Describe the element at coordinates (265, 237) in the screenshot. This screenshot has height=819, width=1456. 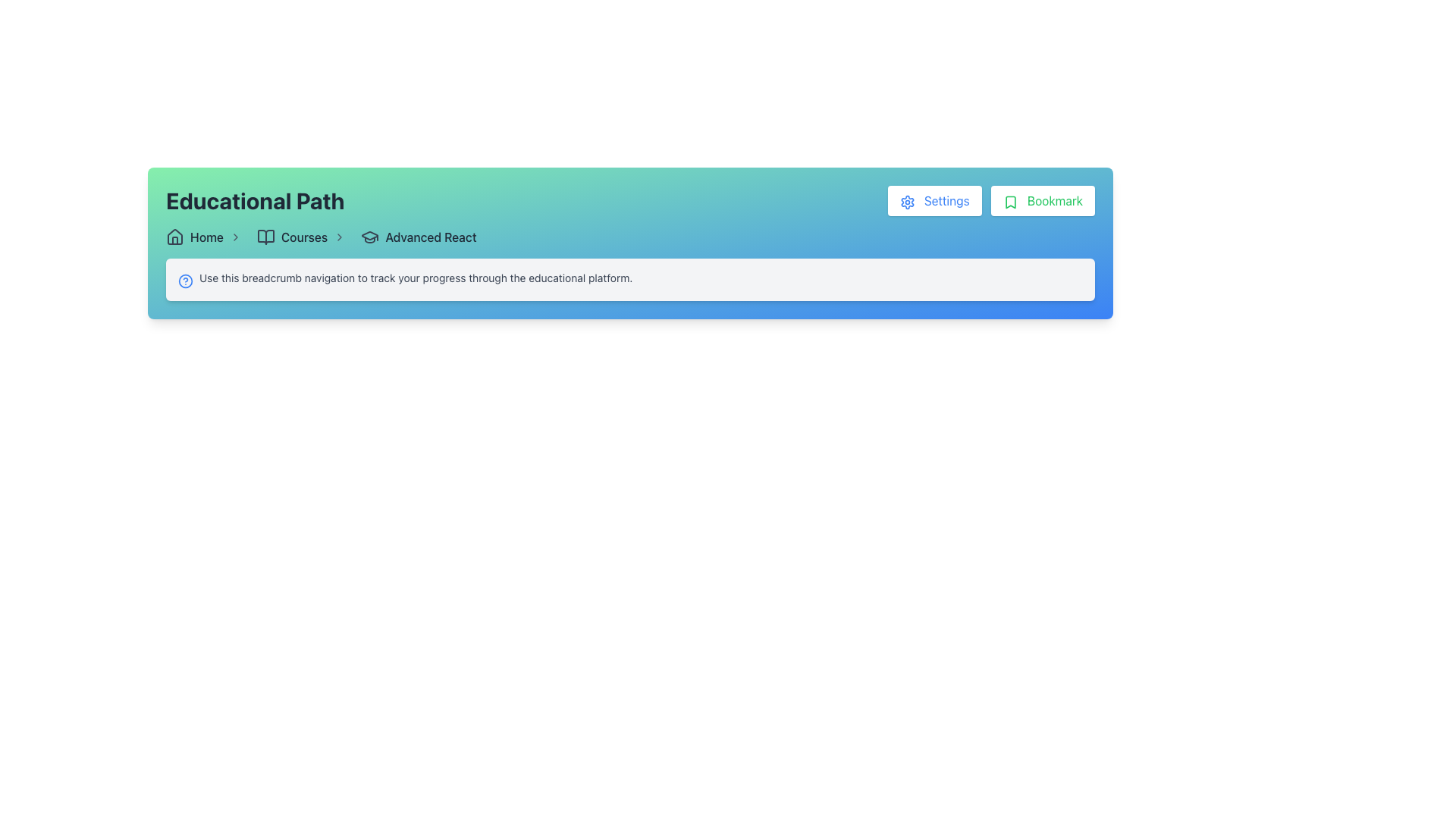
I see `the open book icon located in the breadcrumb navigation area, which is immediately before the text 'Courses'` at that location.